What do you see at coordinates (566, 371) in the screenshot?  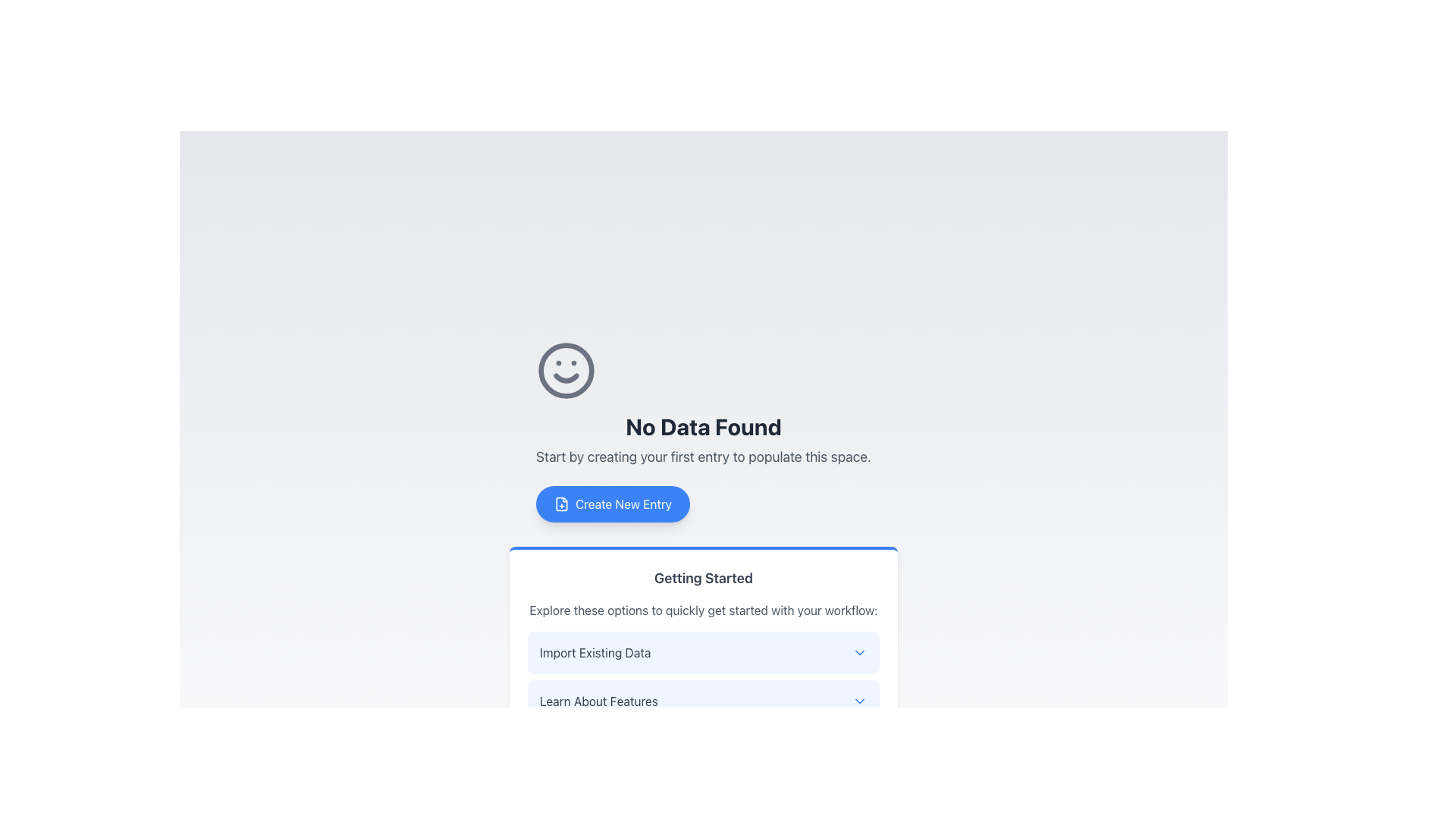 I see `the Decorative Icon, which is a smiley face icon located above the text 'No Data Found' in the message layout` at bounding box center [566, 371].